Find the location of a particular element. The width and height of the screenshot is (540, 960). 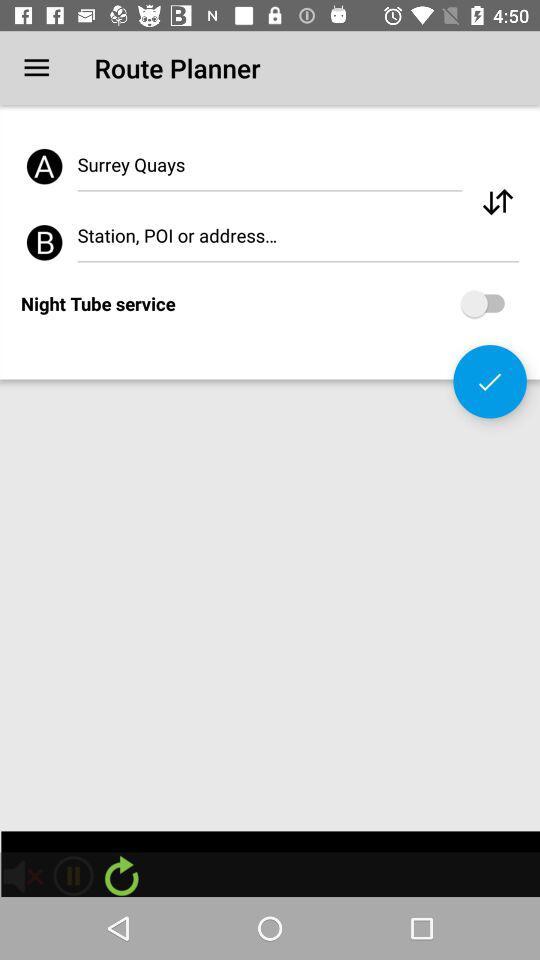

confirm is located at coordinates (489, 380).